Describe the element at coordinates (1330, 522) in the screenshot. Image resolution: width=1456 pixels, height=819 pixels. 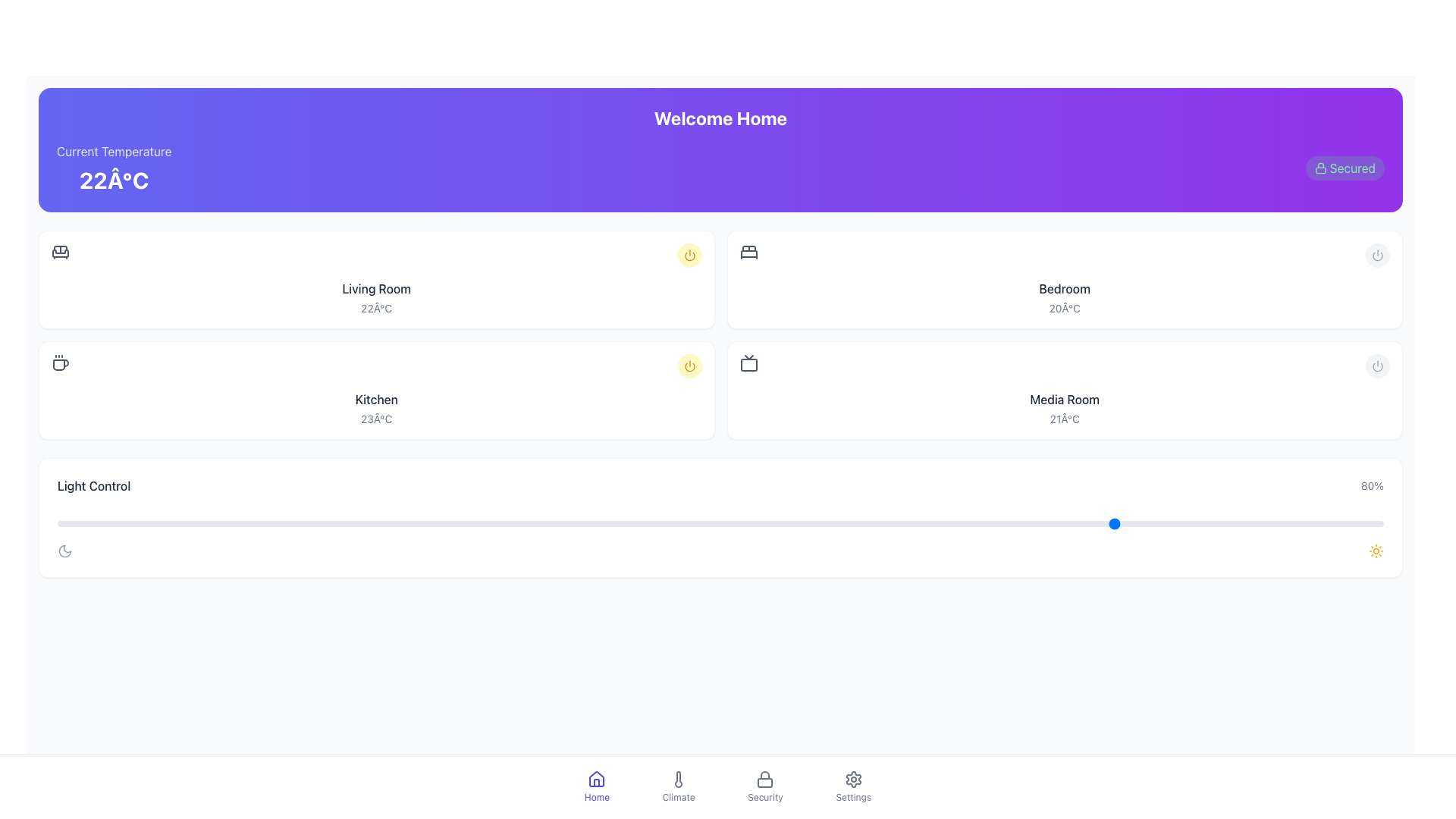
I see `the slider` at that location.